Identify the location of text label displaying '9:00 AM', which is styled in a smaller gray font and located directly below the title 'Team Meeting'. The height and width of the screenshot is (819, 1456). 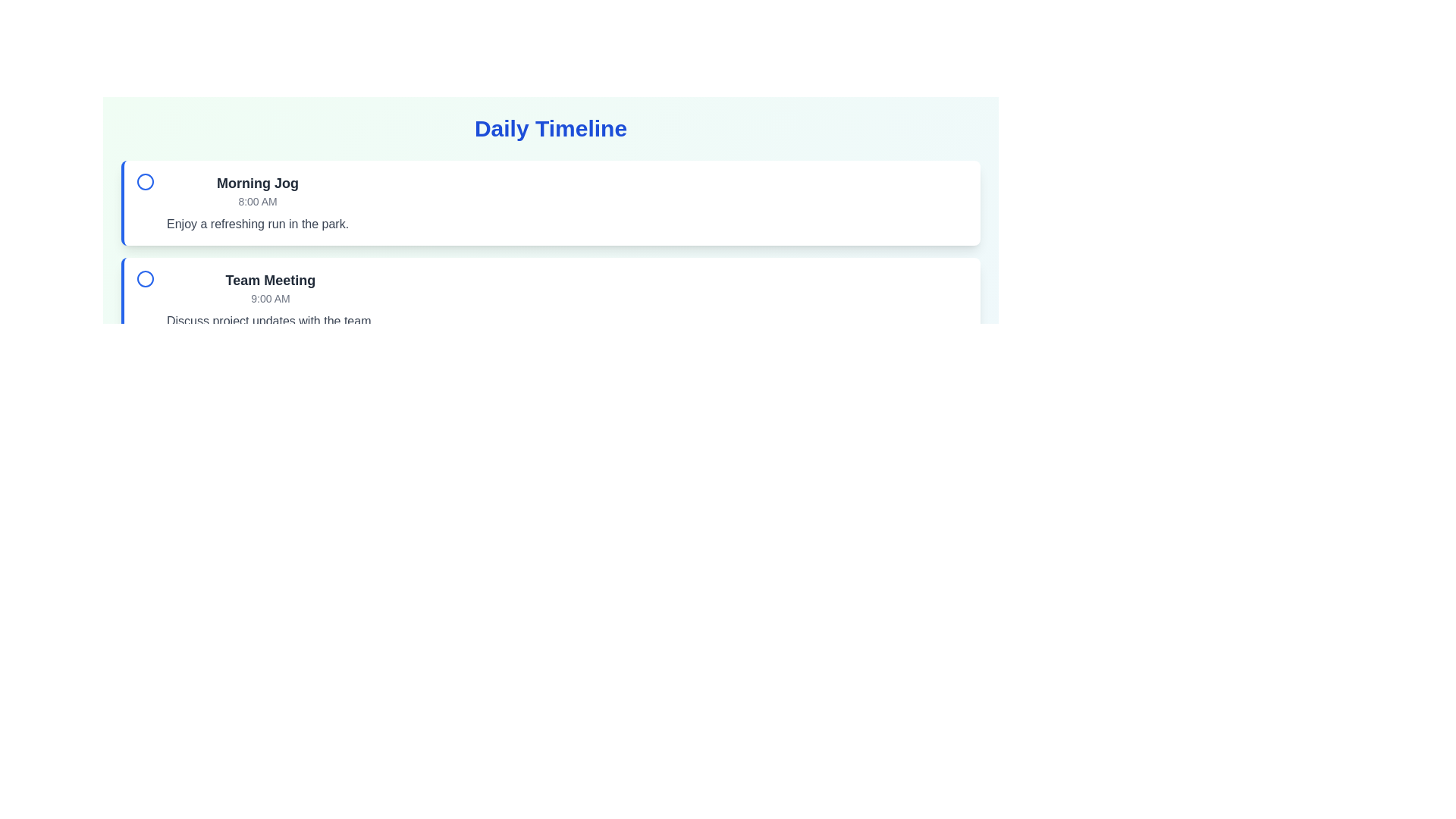
(270, 298).